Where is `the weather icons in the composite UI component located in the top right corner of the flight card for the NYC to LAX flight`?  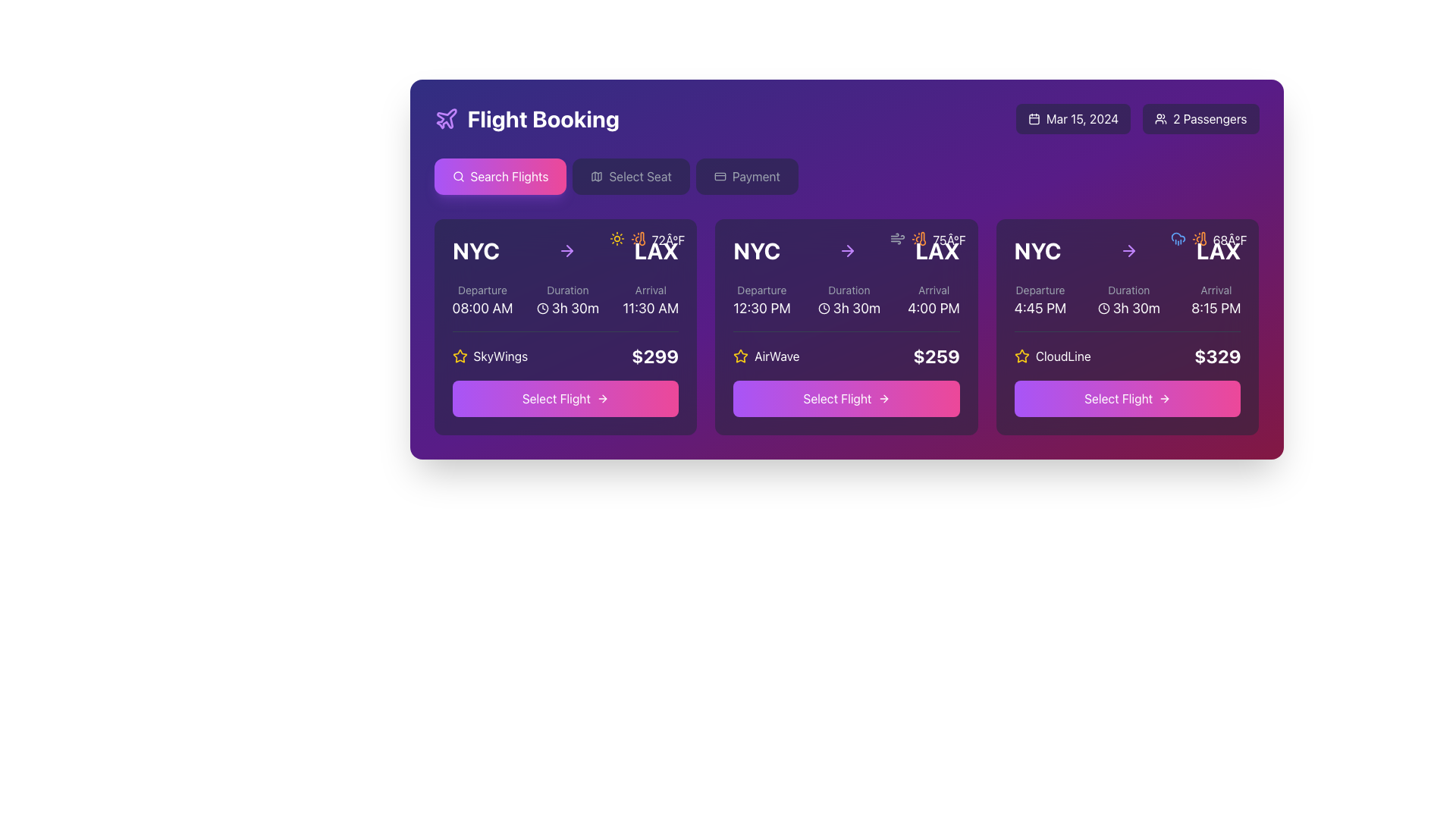
the weather icons in the composite UI component located in the top right corner of the flight card for the NYC to LAX flight is located at coordinates (1207, 239).